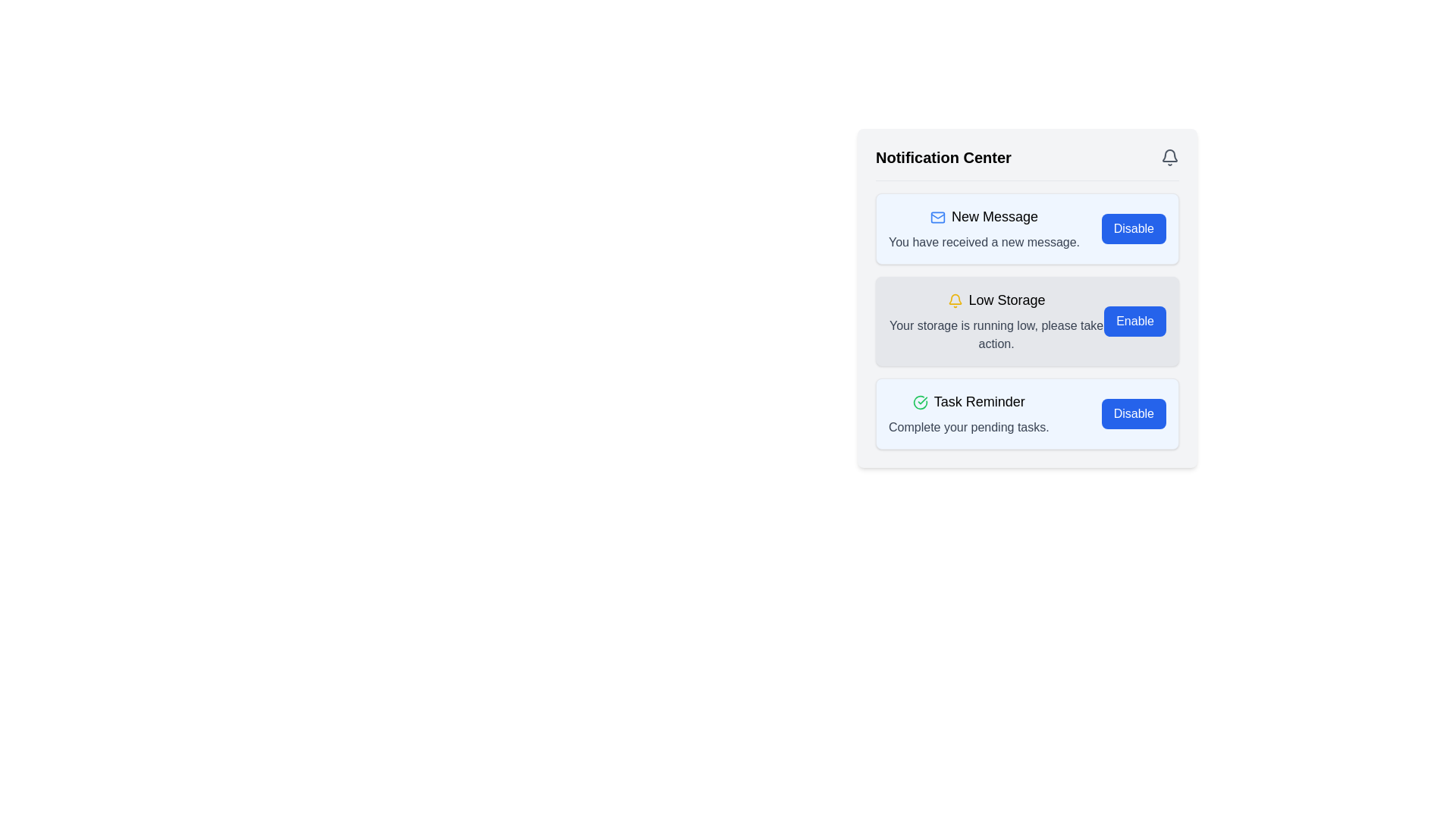  What do you see at coordinates (996, 300) in the screenshot?
I see `the textual label 'Low Storage', which is styled with medium font weight and a bell icon in yellow color, positioned below the 'New Message' notification` at bounding box center [996, 300].